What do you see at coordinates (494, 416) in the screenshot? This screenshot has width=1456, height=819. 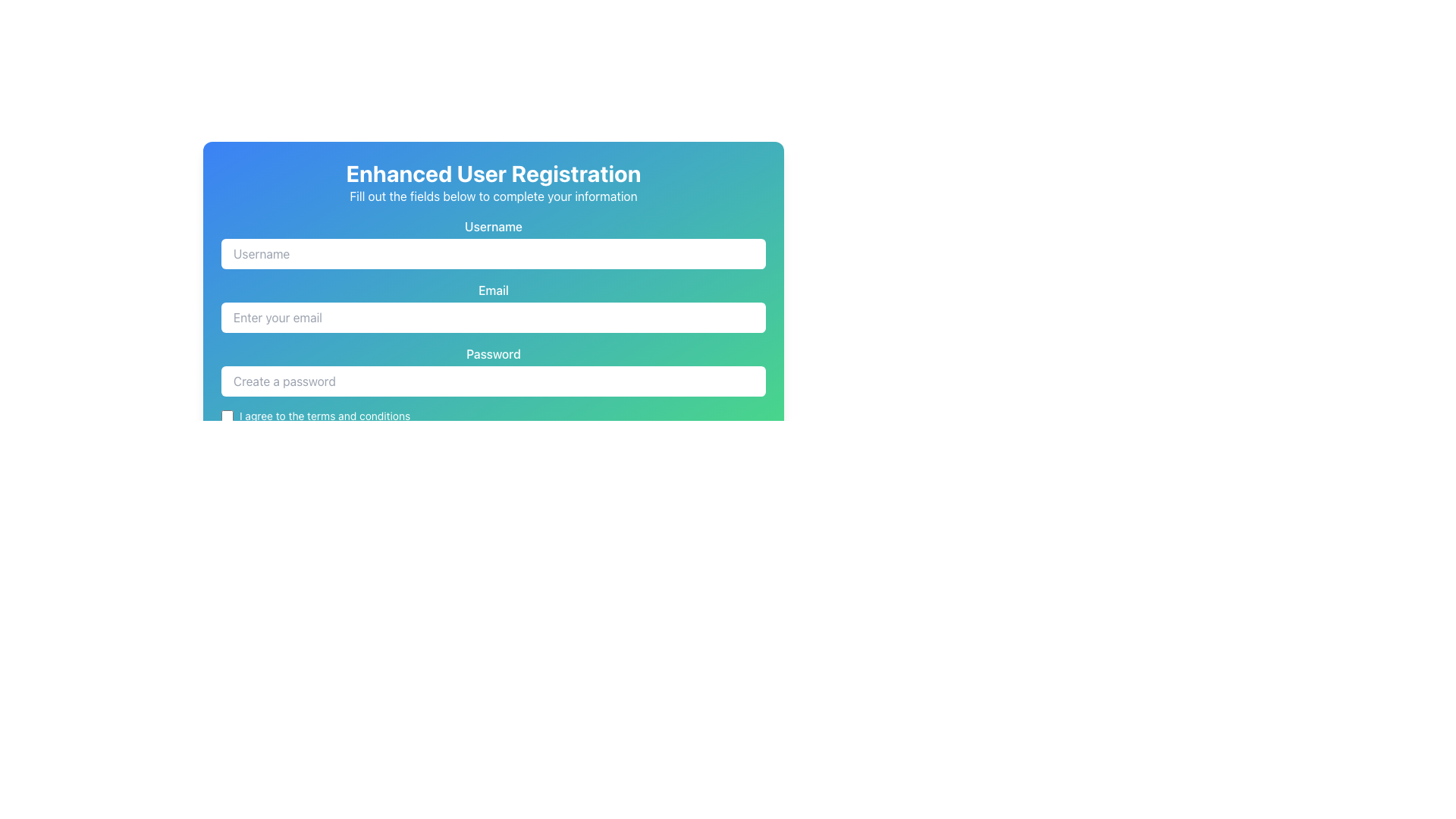 I see `the checkbox labeled 'I agree to the terms and conditions'` at bounding box center [494, 416].